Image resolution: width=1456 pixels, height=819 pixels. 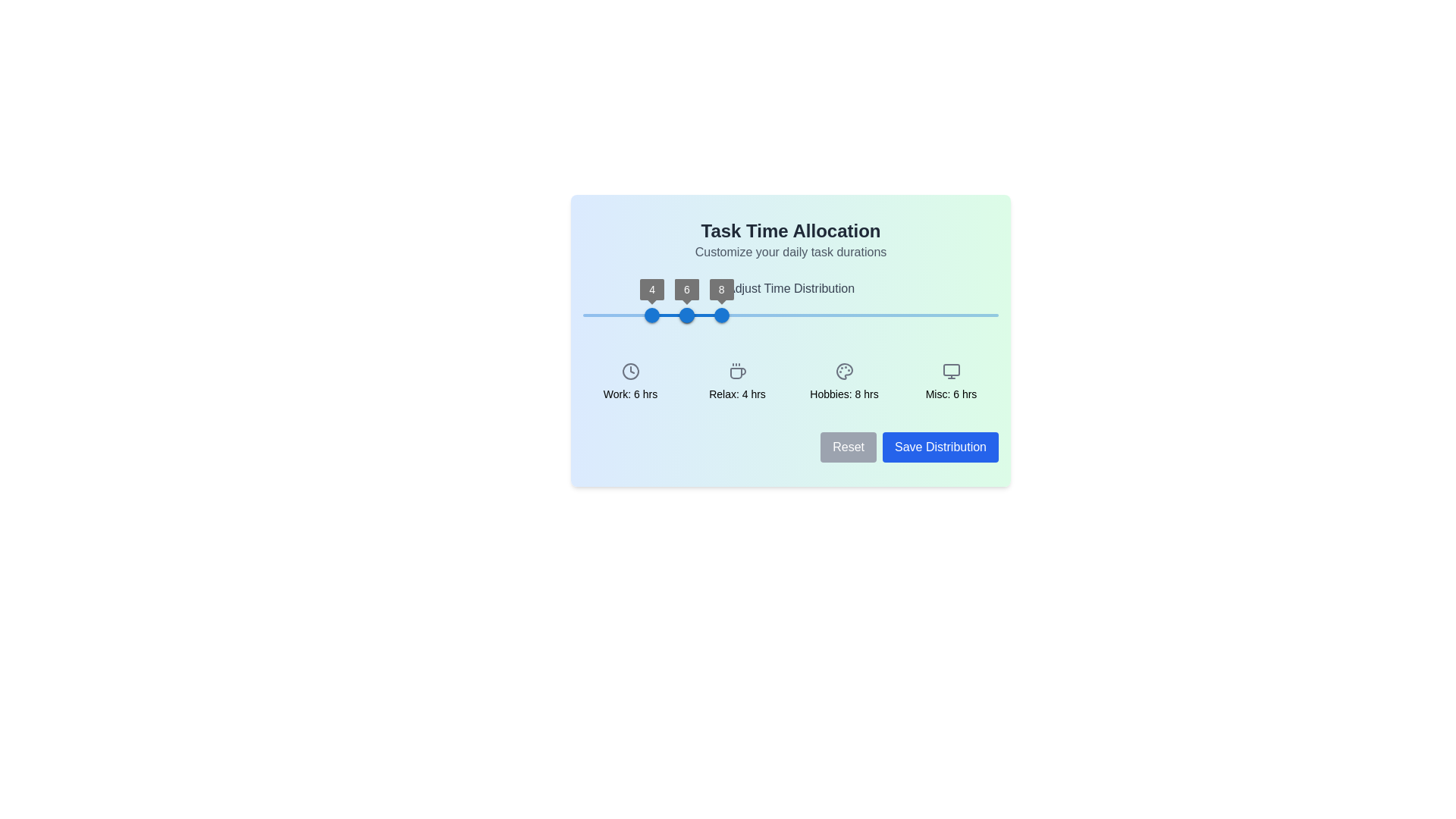 What do you see at coordinates (652, 315) in the screenshot?
I see `the blue circular slider thumb located at the leftmost position of the horizontal slider track` at bounding box center [652, 315].